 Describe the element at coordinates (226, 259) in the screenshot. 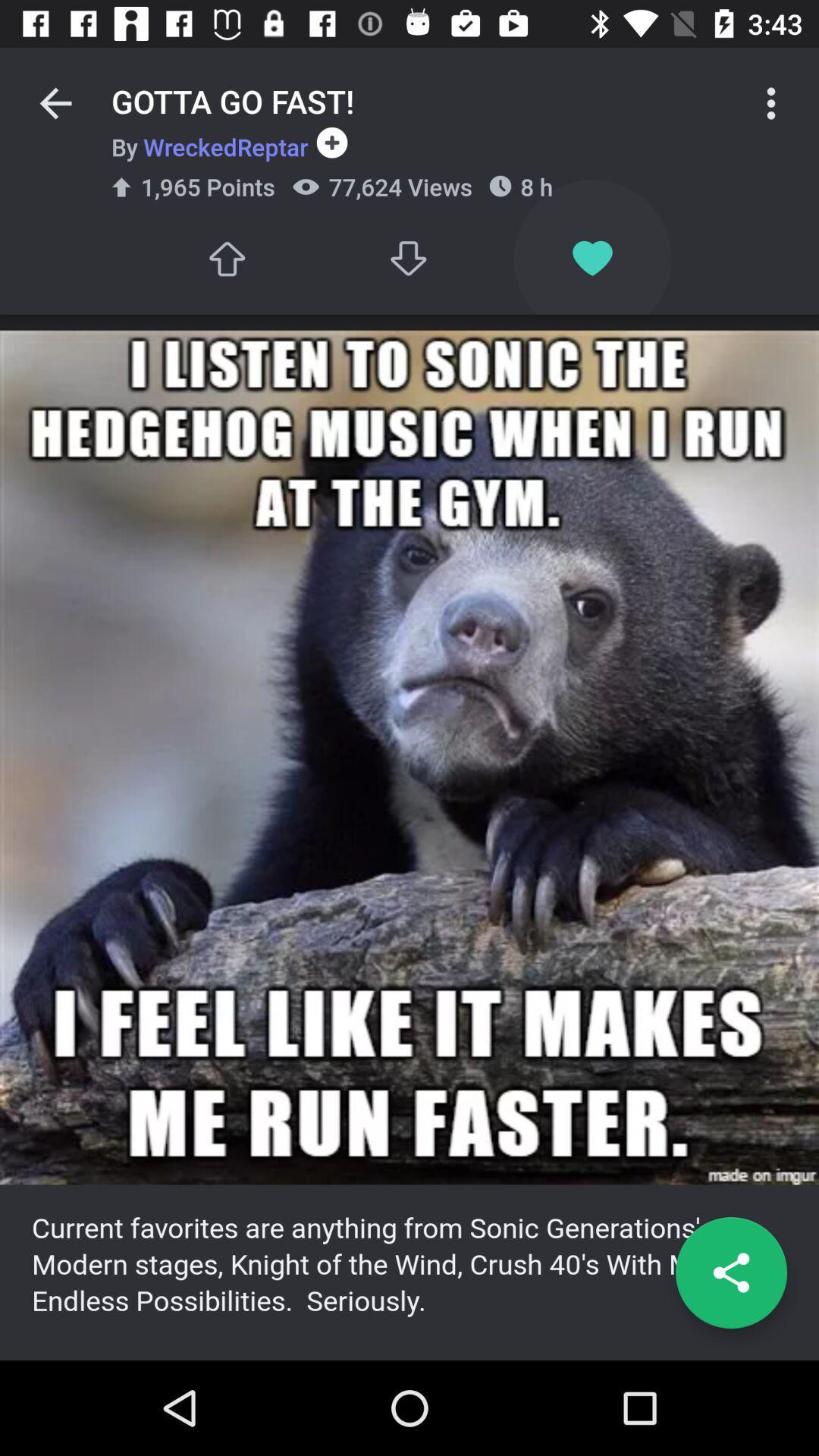

I see `upvote` at that location.